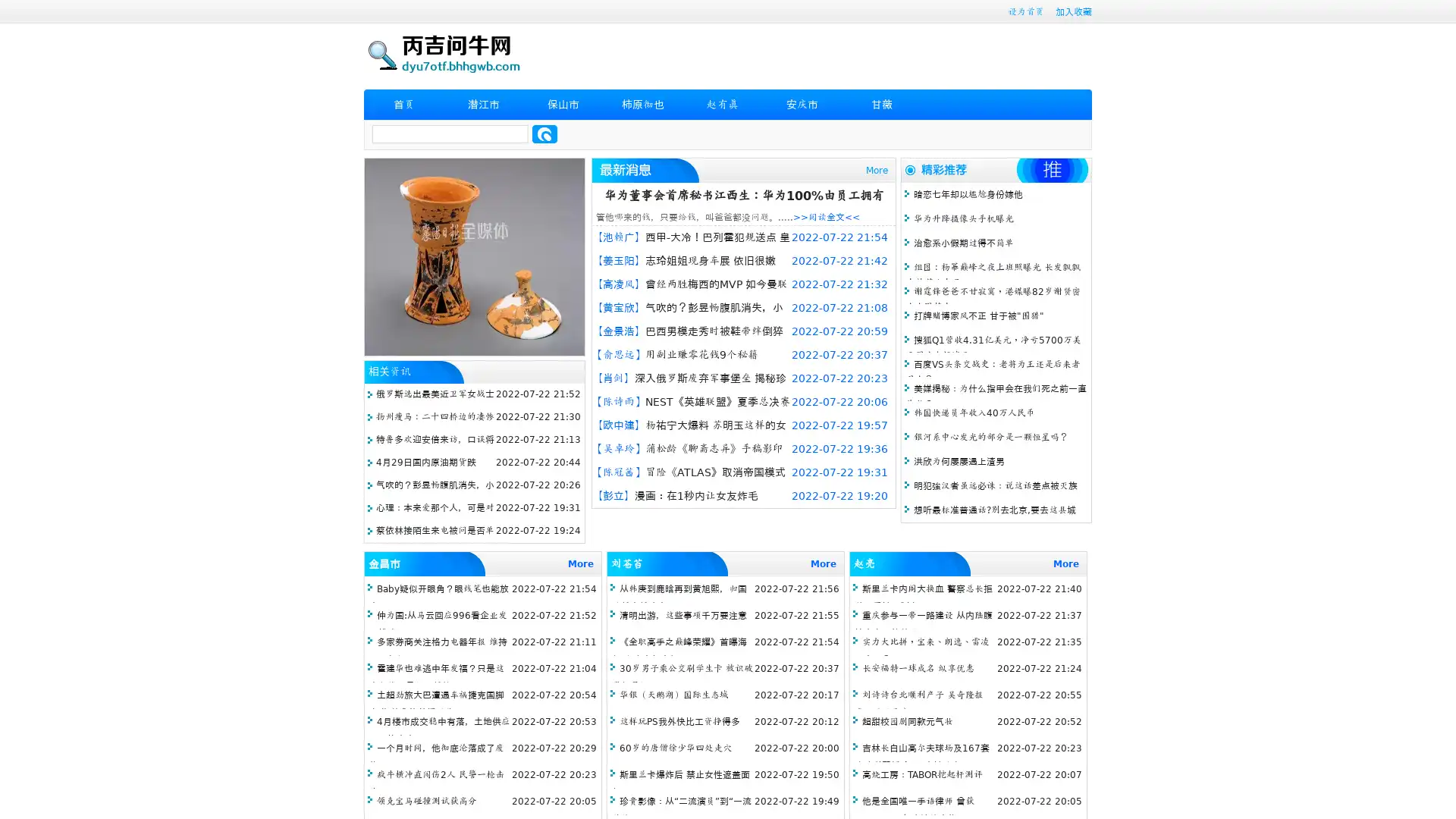 Image resolution: width=1456 pixels, height=819 pixels. I want to click on Search, so click(544, 133).